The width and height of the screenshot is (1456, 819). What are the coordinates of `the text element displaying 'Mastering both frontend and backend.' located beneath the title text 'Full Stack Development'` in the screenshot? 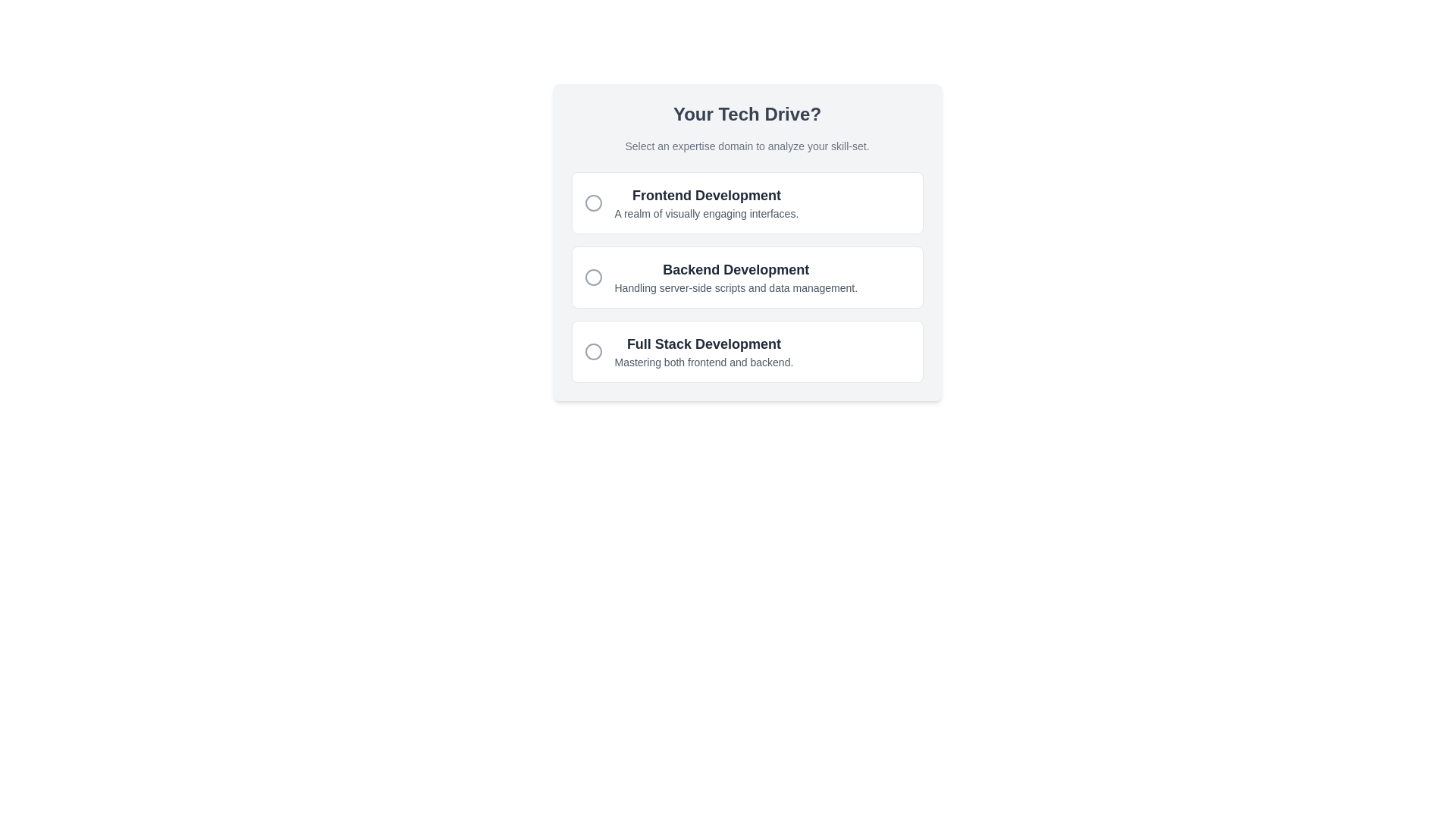 It's located at (703, 362).